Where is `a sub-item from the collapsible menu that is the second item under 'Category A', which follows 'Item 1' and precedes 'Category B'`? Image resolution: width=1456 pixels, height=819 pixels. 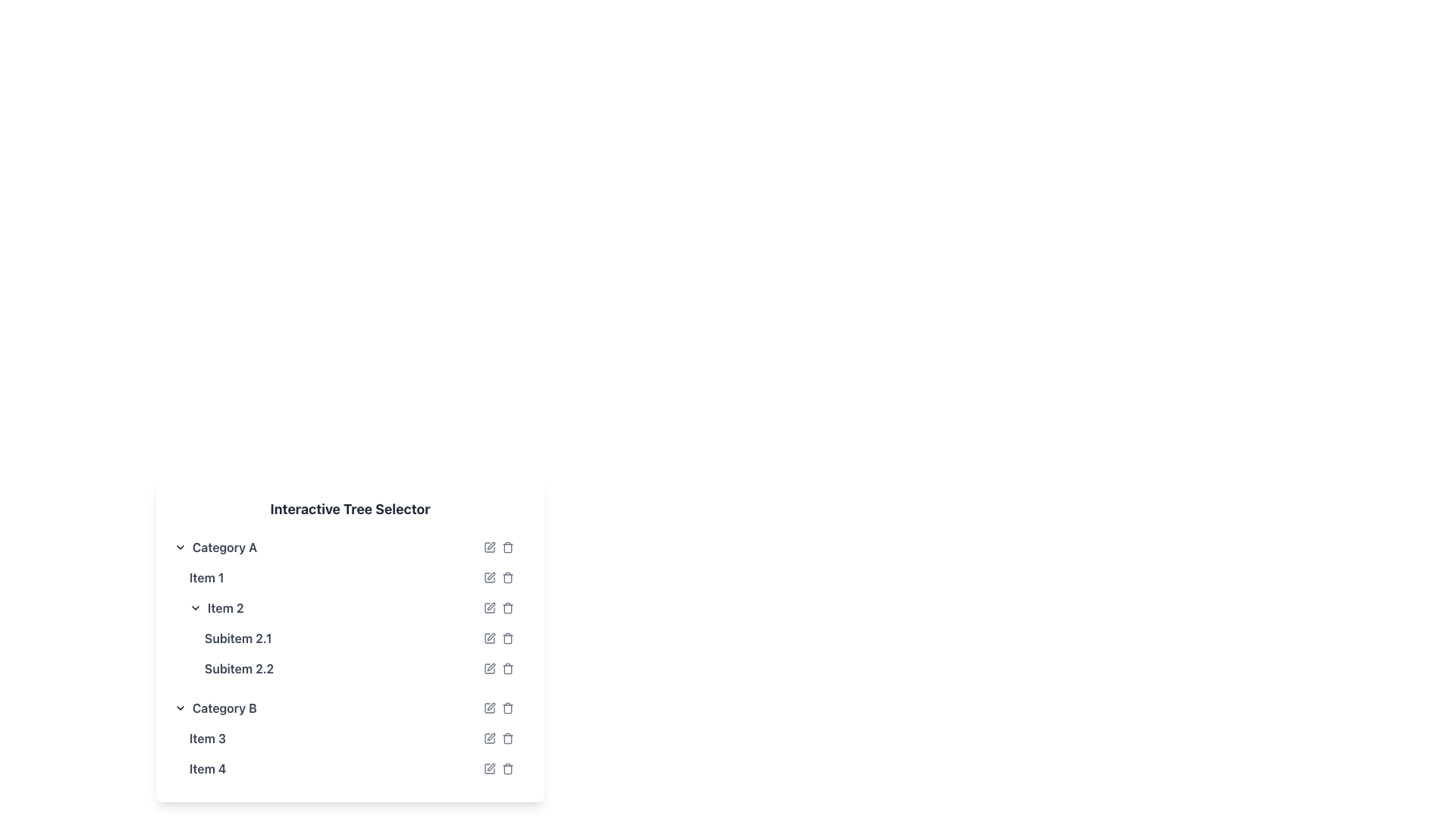
a sub-item from the collapsible menu that is the second item under 'Category A', which follows 'Item 1' and precedes 'Category B' is located at coordinates (349, 638).